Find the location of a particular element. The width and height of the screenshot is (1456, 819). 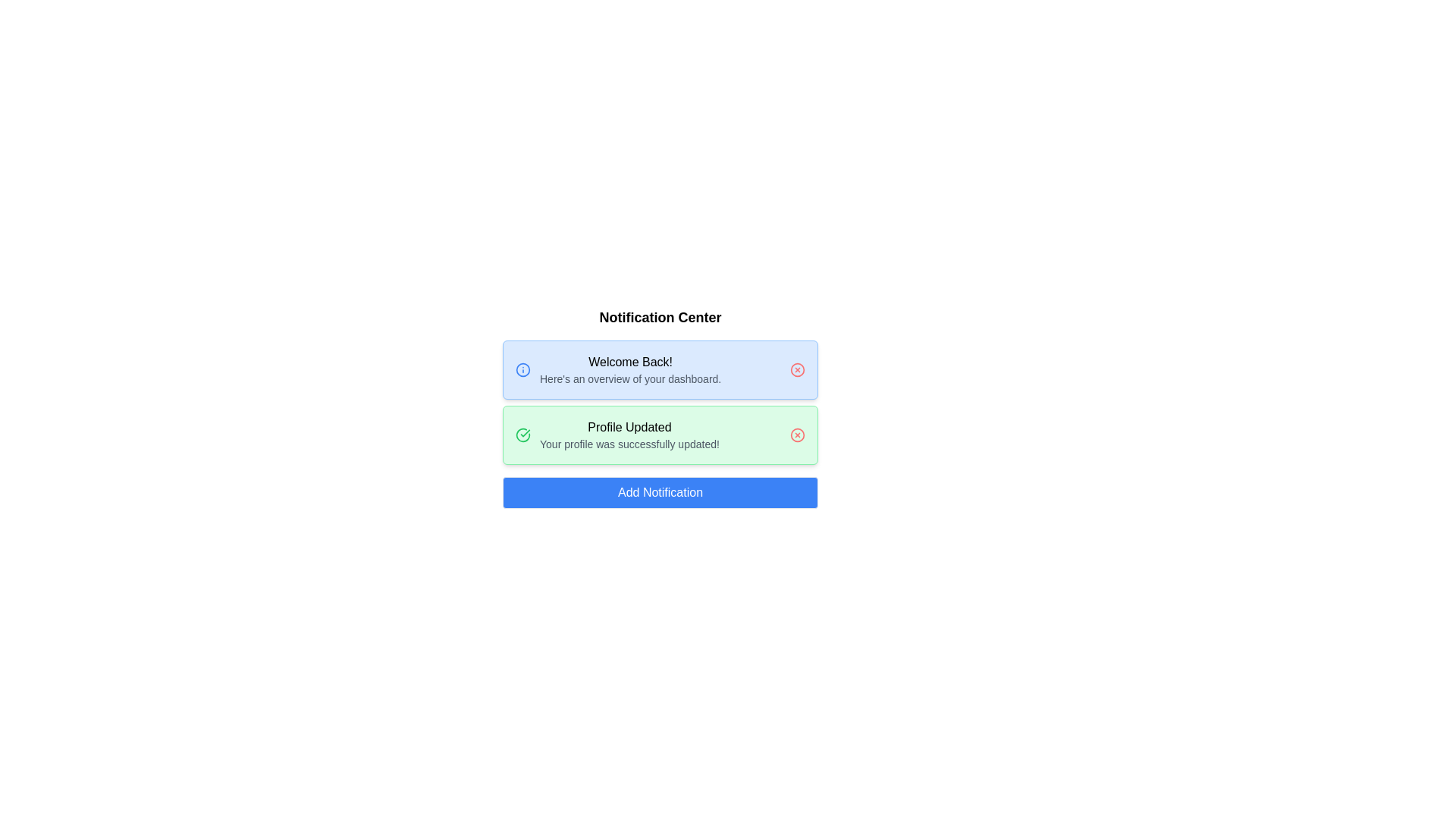

the Text Label that serves as a title or greeting message, welcoming the user back, located in the light blue card-style component below the 'Notification Center' header is located at coordinates (630, 362).